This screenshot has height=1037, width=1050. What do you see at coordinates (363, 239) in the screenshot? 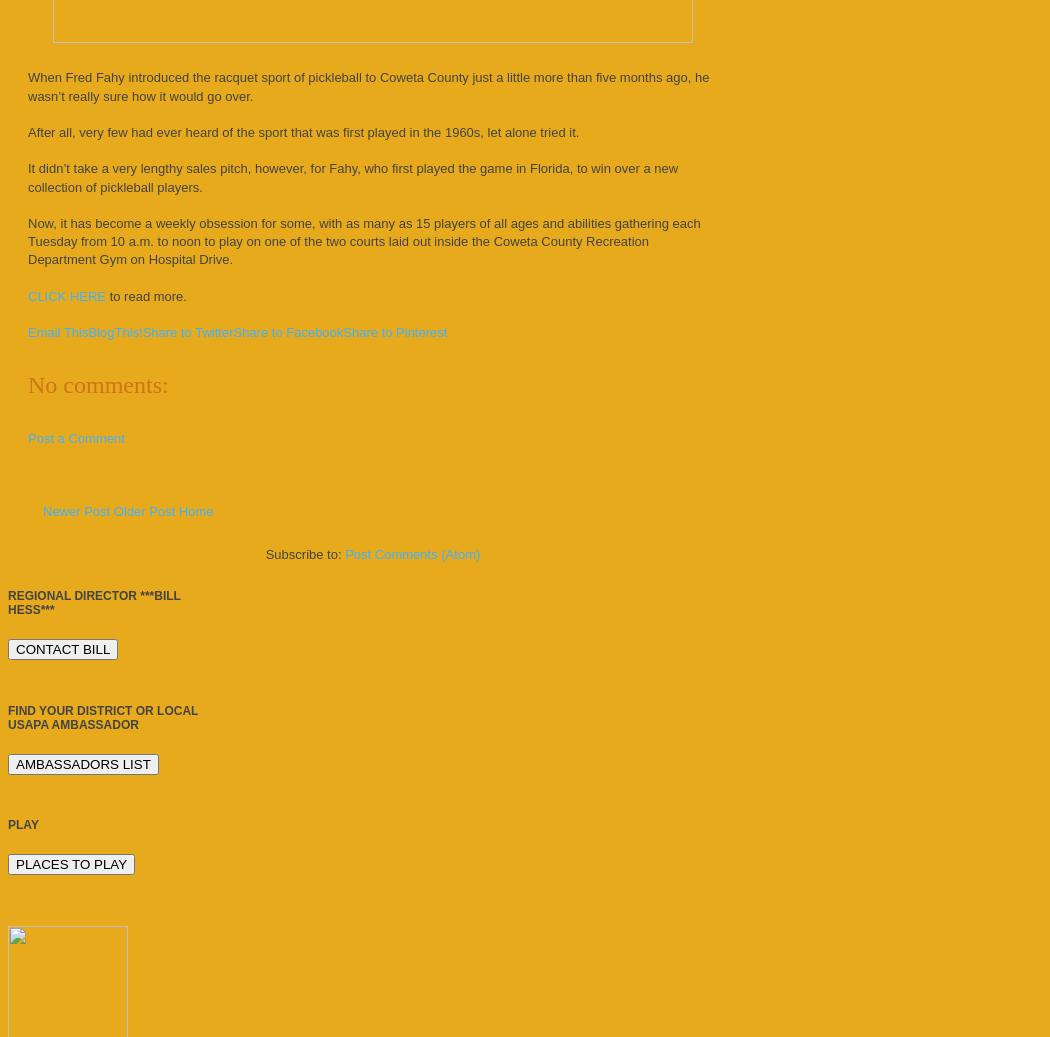
I see `'Now, it has become a weekly obsession for some, with as many as 15 players of all ages and abilities gathering each Tuesday from 10 a.m. to noon to play on one of the two courts laid out inside the Coweta County Recreation Department Gym on Hospital Drive.'` at bounding box center [363, 239].